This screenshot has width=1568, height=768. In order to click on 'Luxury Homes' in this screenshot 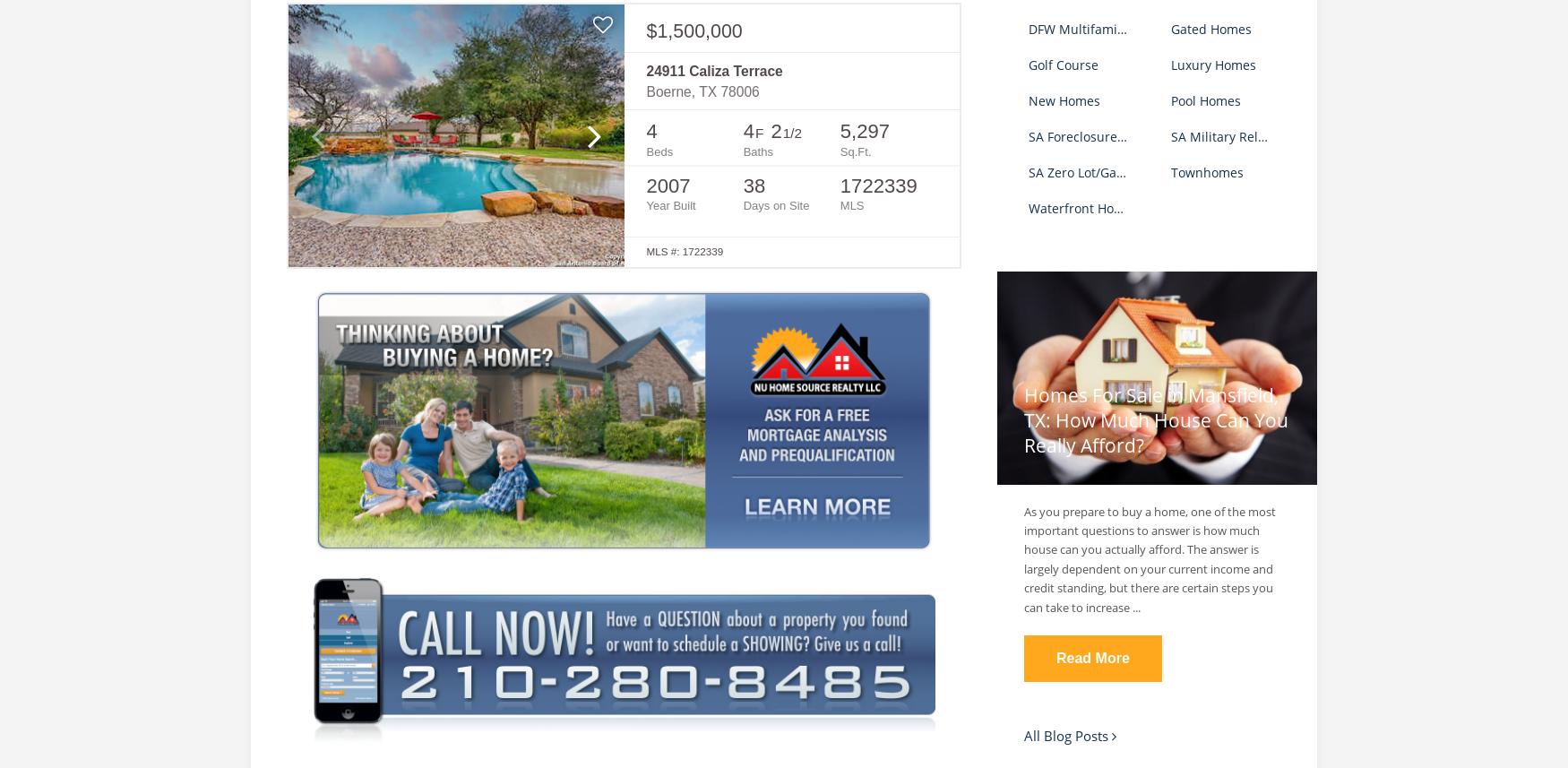, I will do `click(1212, 63)`.